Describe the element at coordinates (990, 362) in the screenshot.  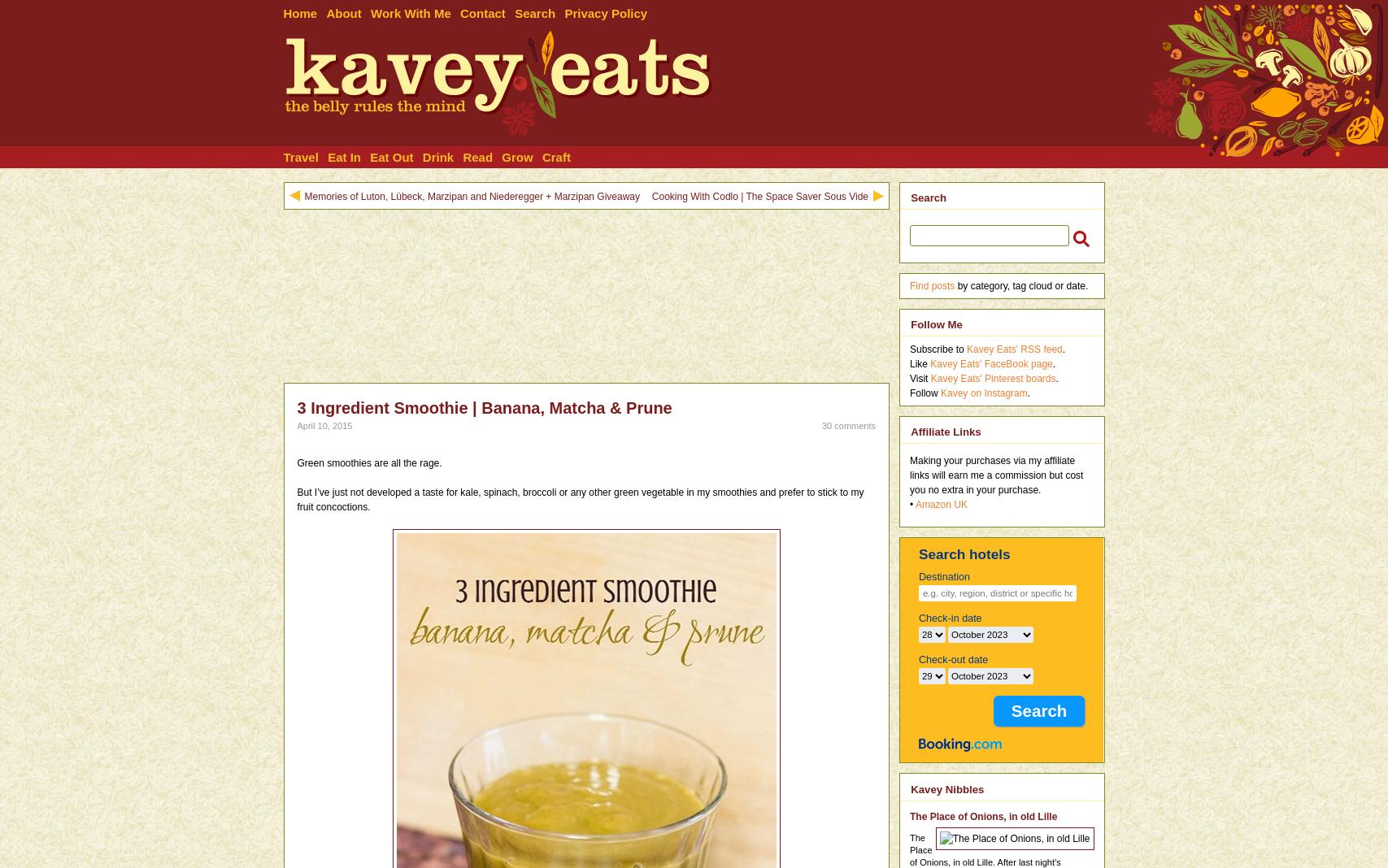
I see `'Kavey Eats' FaceBook page'` at that location.